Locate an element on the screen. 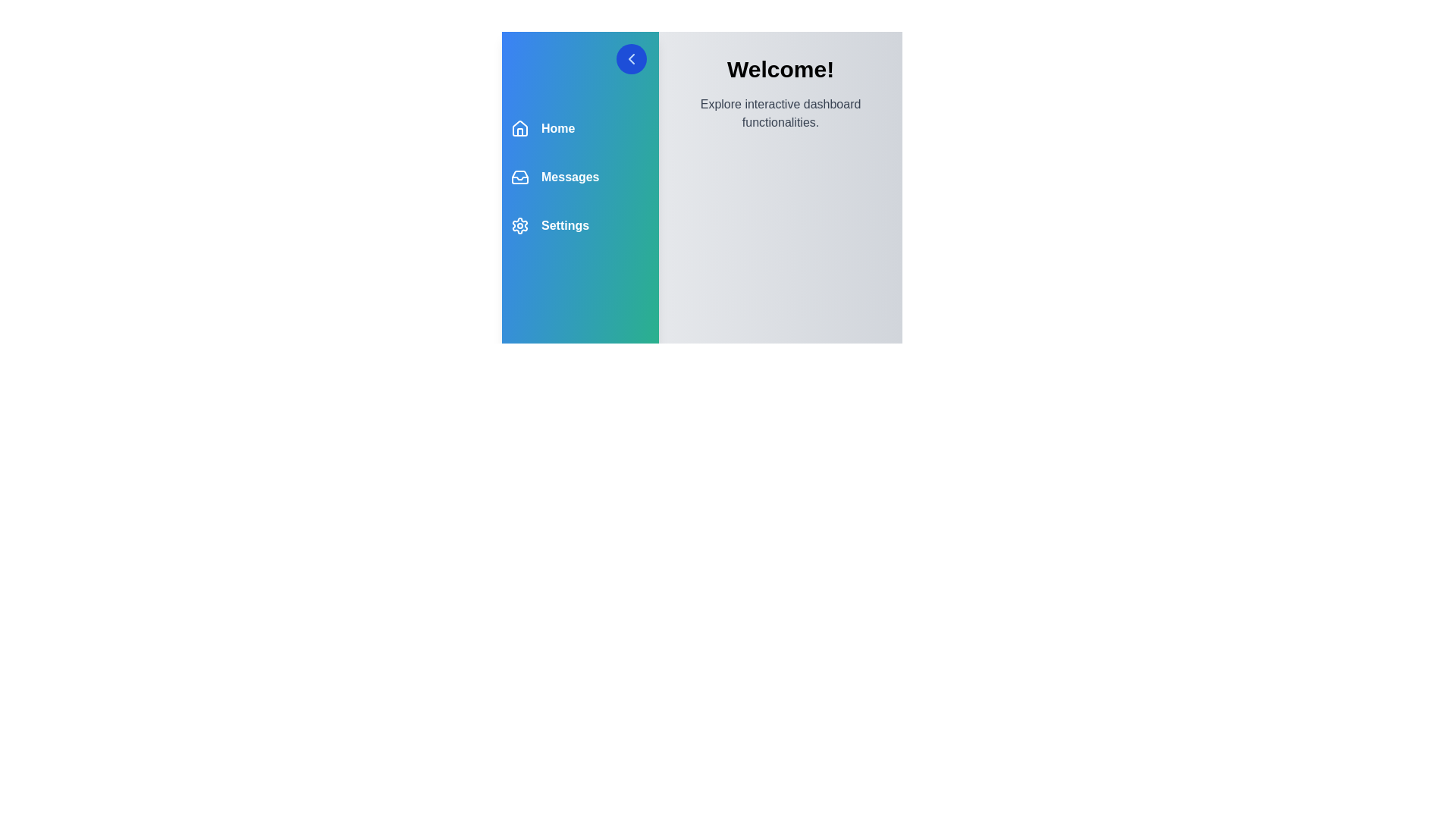  the bold and large-sized text label displaying 'Welcome!' at the top center of the right-hand panel is located at coordinates (780, 70).